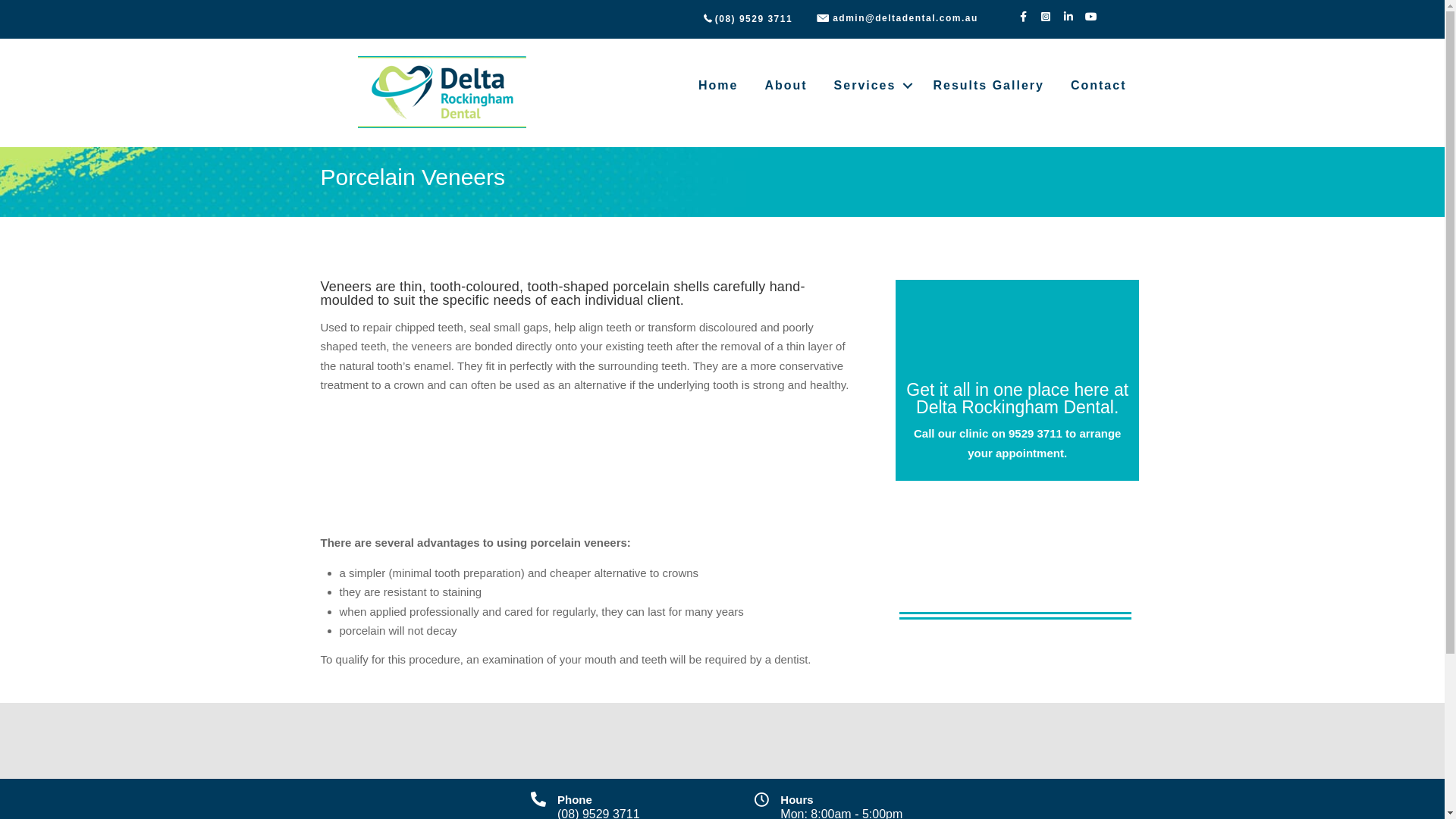  I want to click on 'About', so click(786, 85).